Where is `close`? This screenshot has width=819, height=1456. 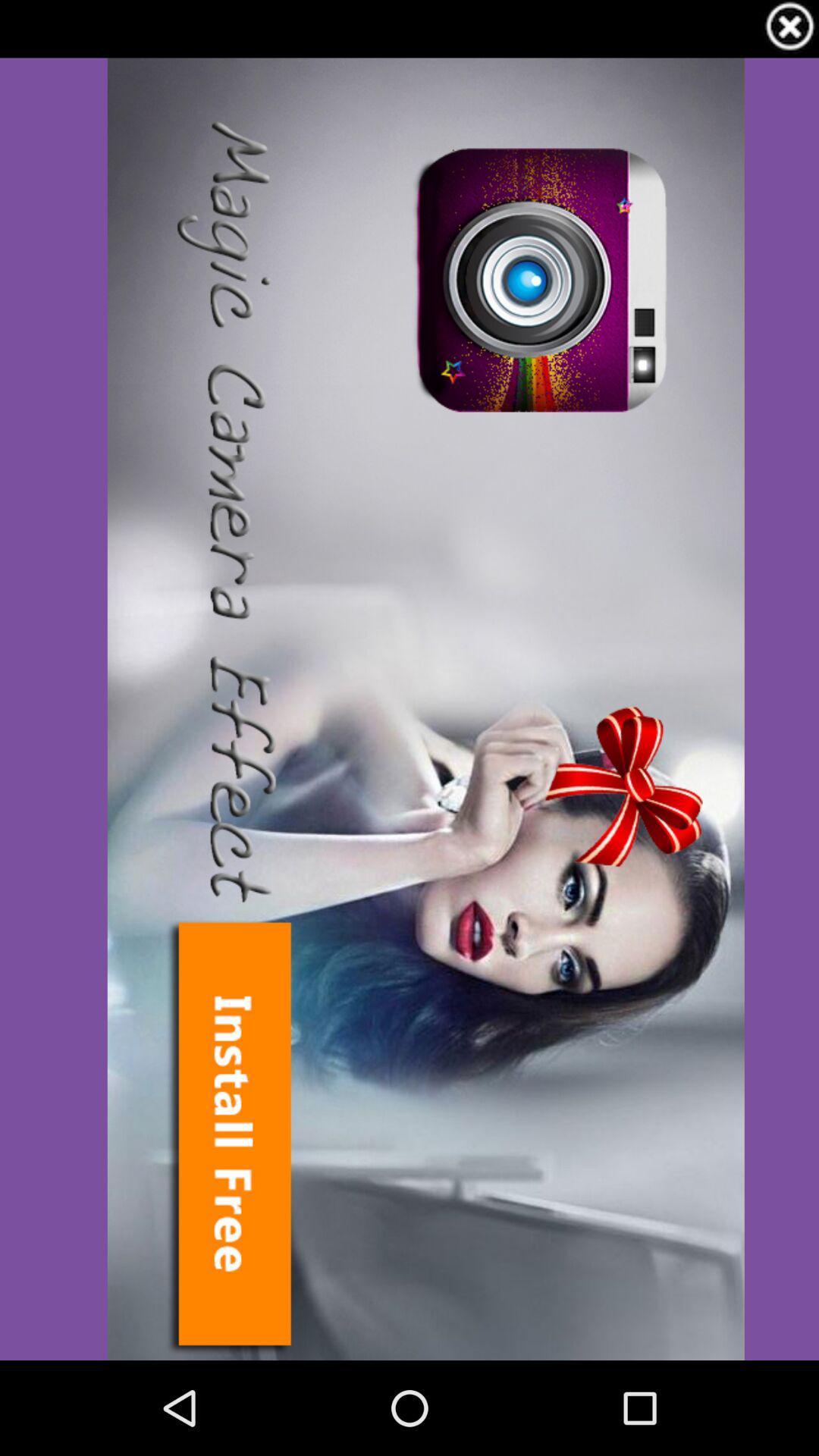 close is located at coordinates (789, 29).